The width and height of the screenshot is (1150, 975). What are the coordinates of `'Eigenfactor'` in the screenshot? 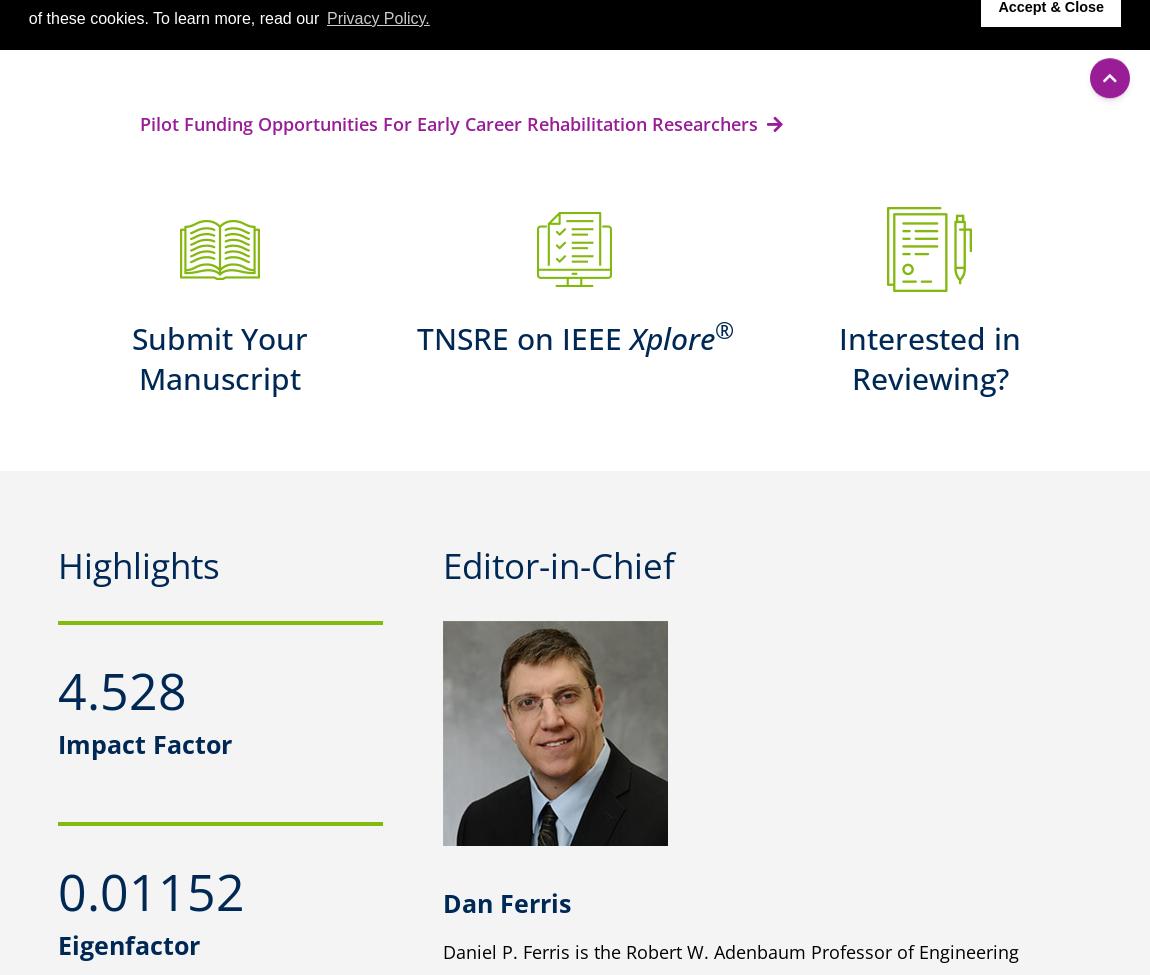 It's located at (126, 943).